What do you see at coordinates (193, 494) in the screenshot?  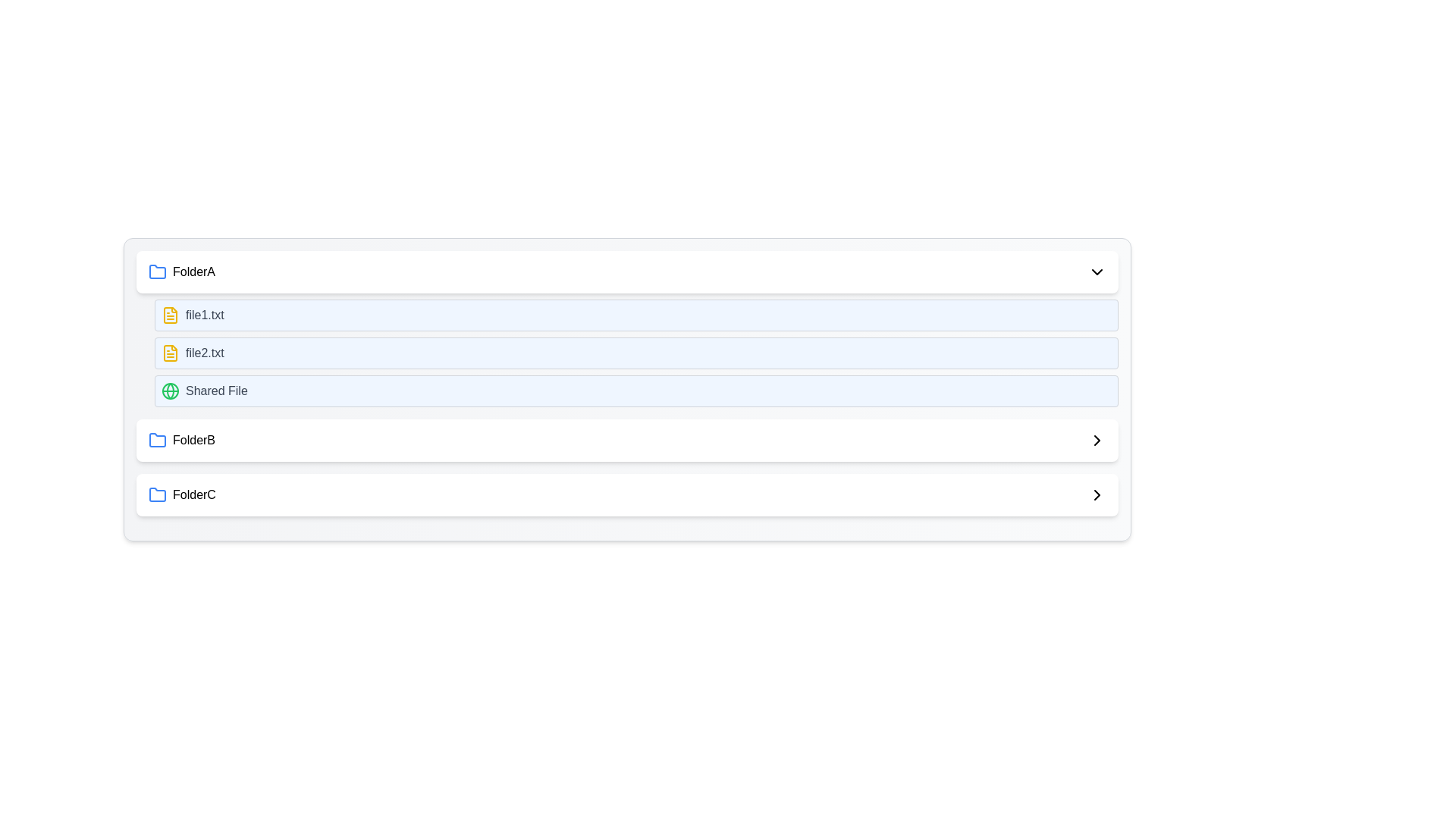 I see `the text label representing the folder named 'FolderC', which is positioned in the bottom row of a vertical list of folder entries, aligned to the left with a blue-colored folder icon on its left` at bounding box center [193, 494].